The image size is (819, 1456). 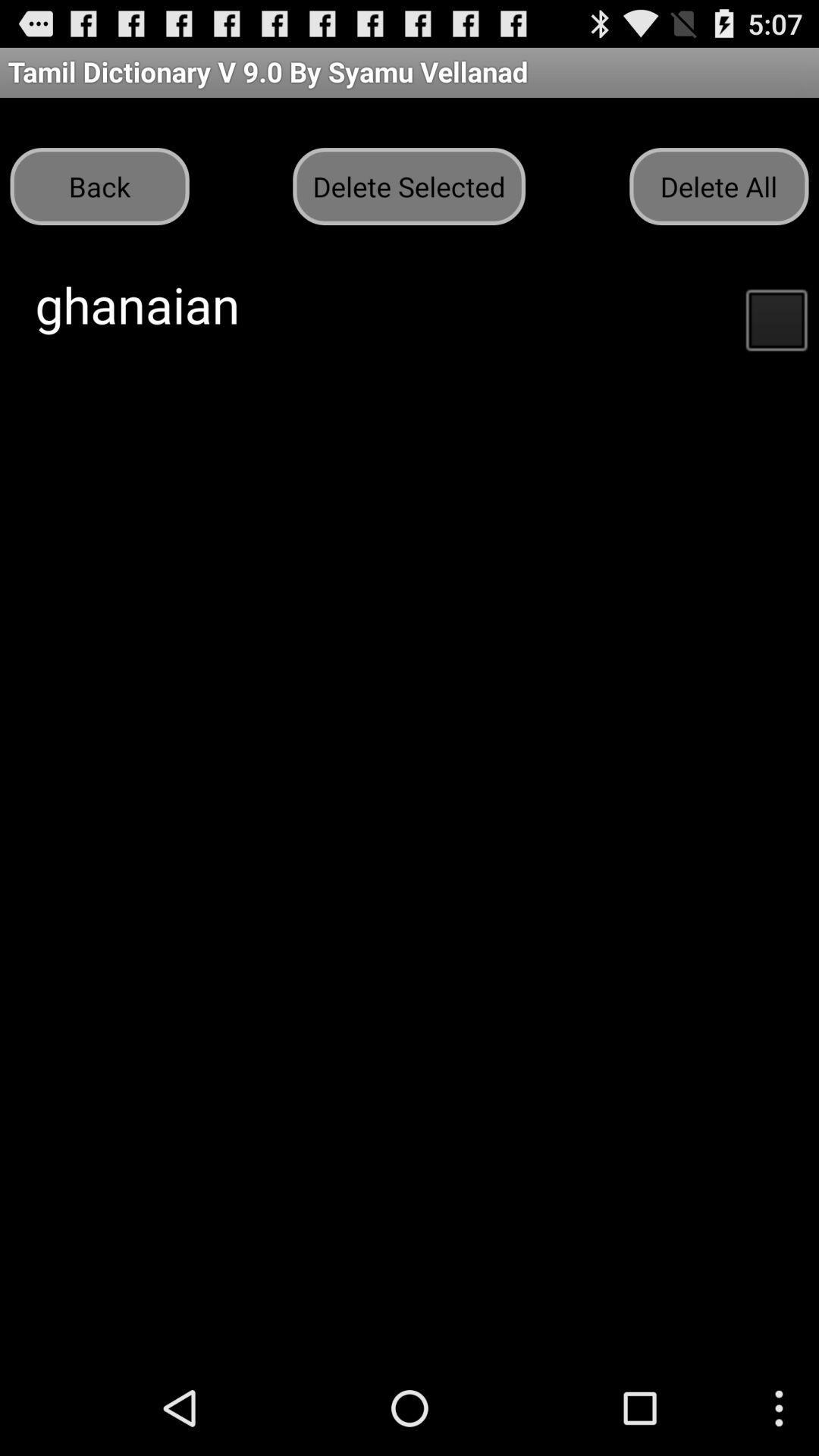 What do you see at coordinates (718, 185) in the screenshot?
I see `icon below tamil dictionary v app` at bounding box center [718, 185].